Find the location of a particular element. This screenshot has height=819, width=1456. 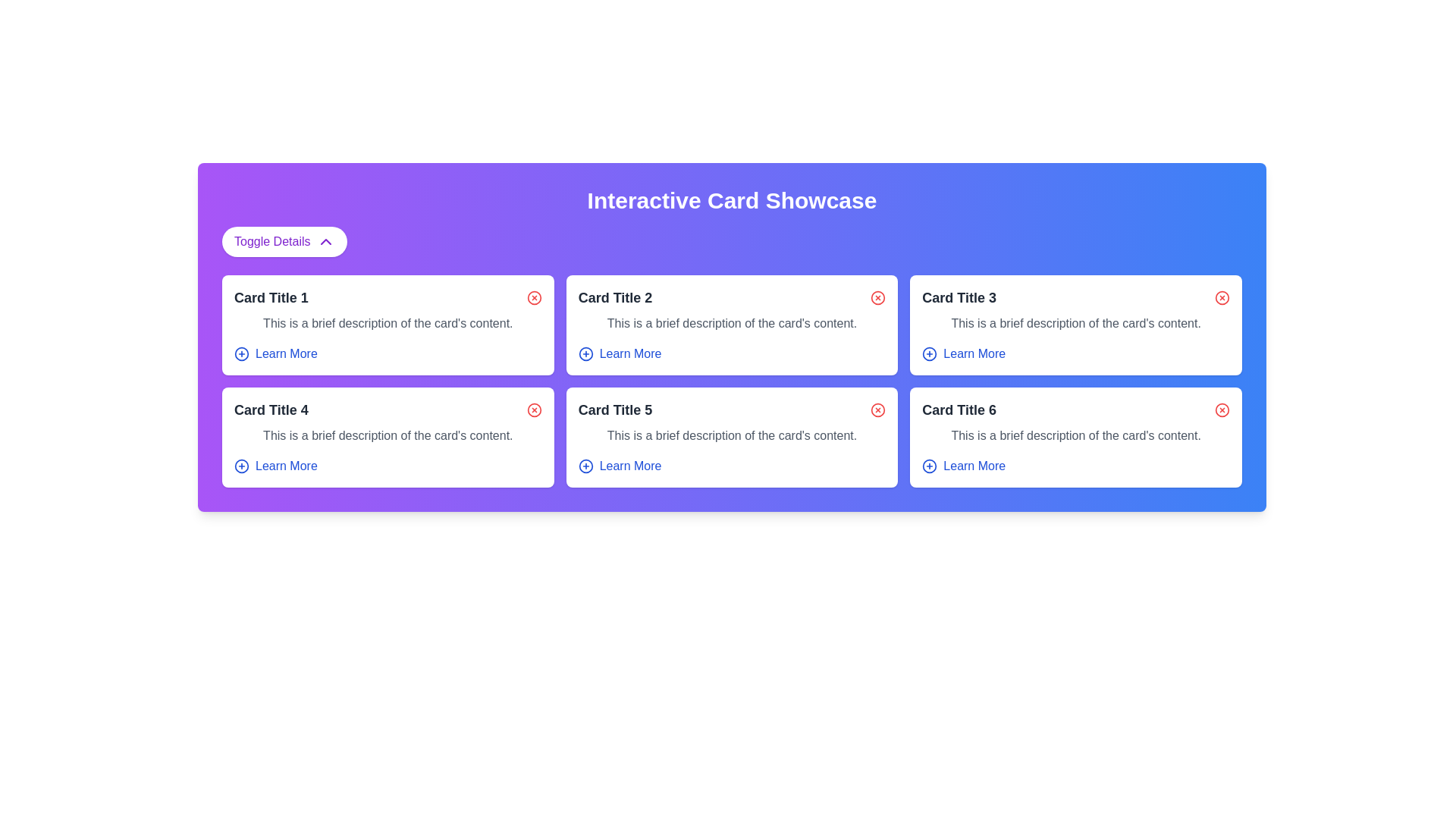

the circular 'plus' icon component located in the second card of the first row in the card grid layout, which is next to the 'Learn More' link is located at coordinates (585, 353).